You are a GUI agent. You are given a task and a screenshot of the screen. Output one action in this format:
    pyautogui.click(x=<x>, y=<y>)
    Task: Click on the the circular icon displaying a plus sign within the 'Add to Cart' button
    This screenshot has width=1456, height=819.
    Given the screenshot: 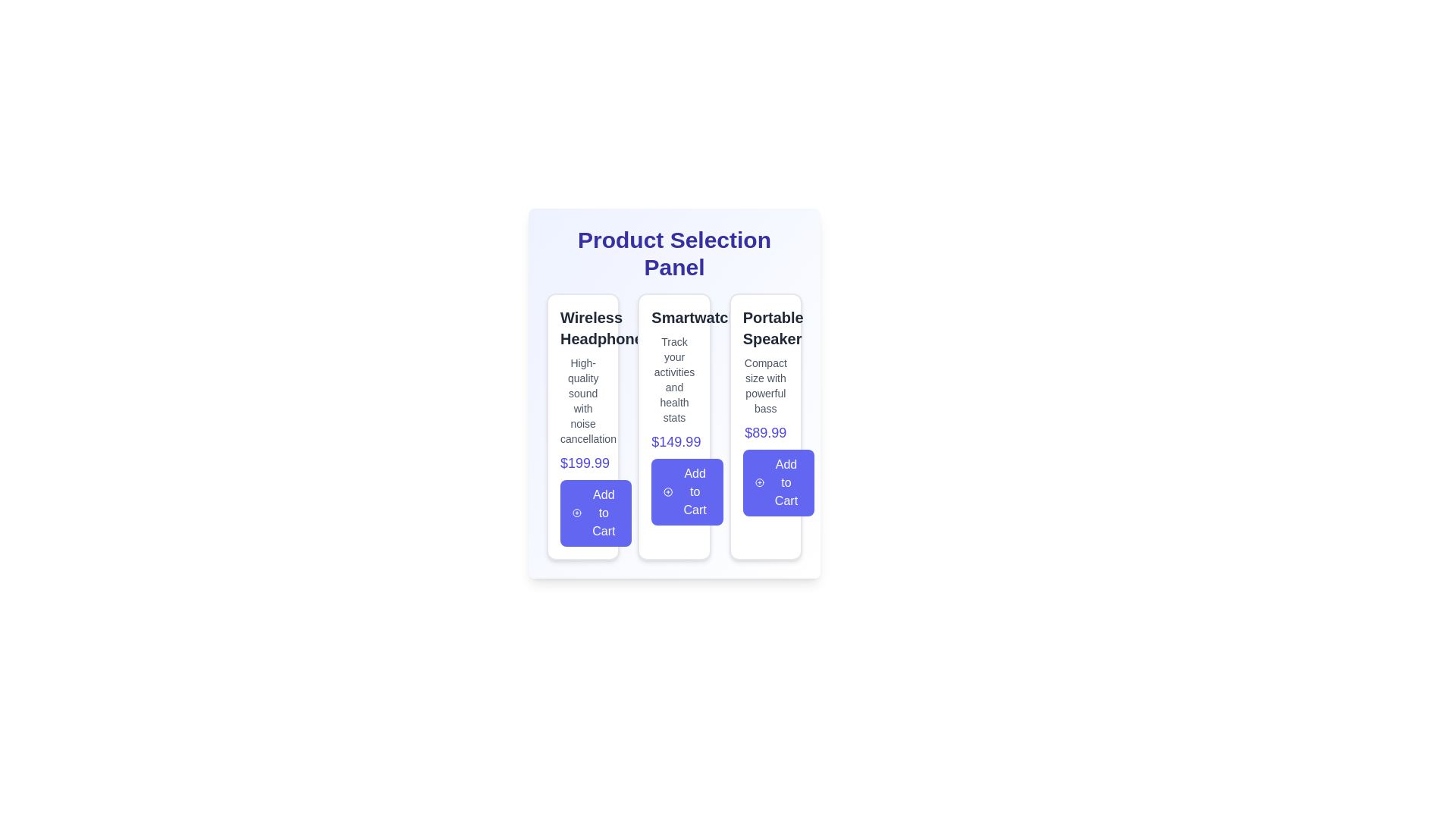 What is the action you would take?
    pyautogui.click(x=667, y=491)
    